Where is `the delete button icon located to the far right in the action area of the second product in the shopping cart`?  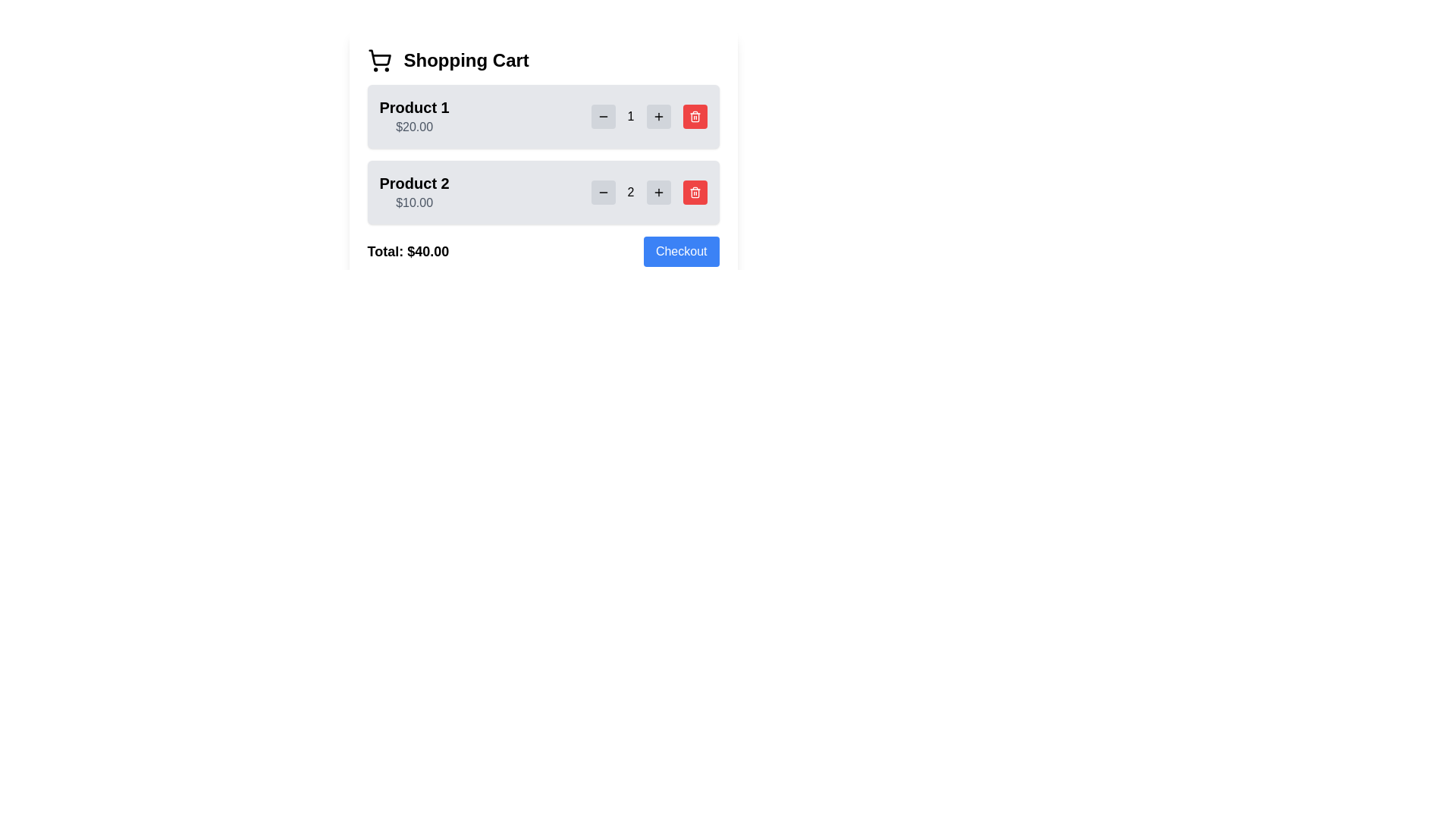
the delete button icon located to the far right in the action area of the second product in the shopping cart is located at coordinates (694, 192).